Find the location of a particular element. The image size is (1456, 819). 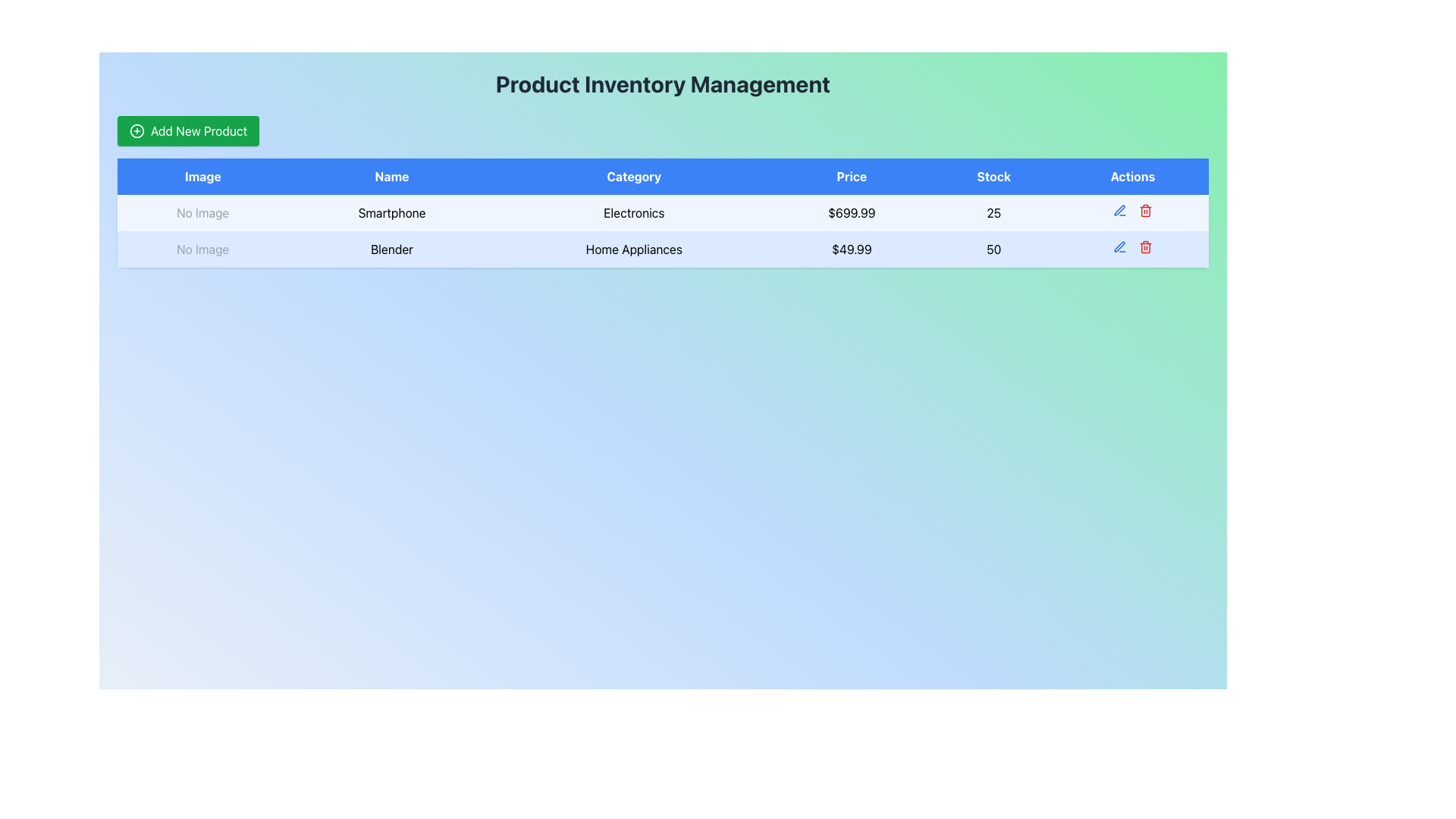

the circular graphical component of the 'Add New Product' button, which is part of an SVG icon indicating an addition action is located at coordinates (137, 130).